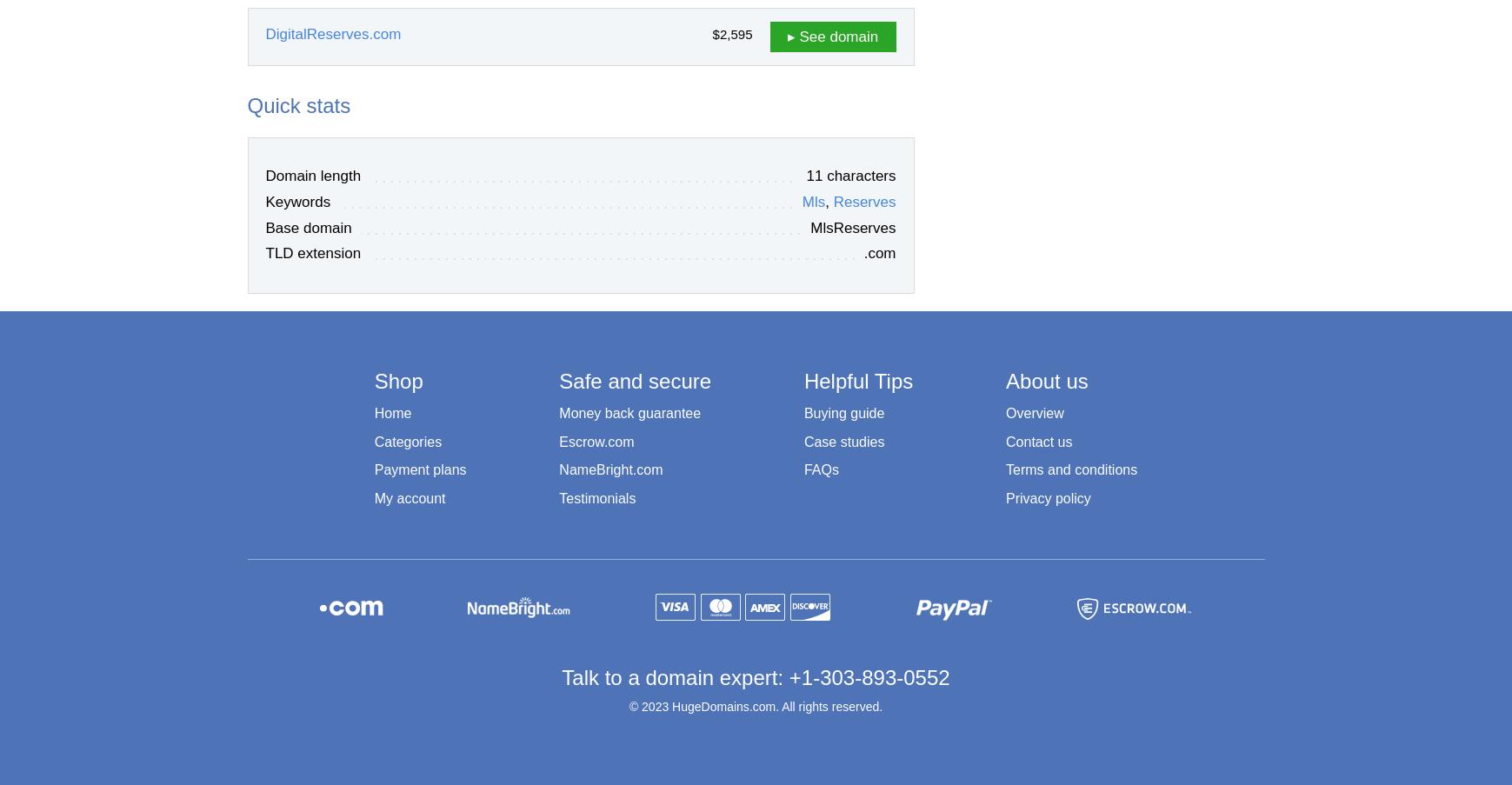 The image size is (1512, 785). I want to click on 'About us', so click(1046, 379).